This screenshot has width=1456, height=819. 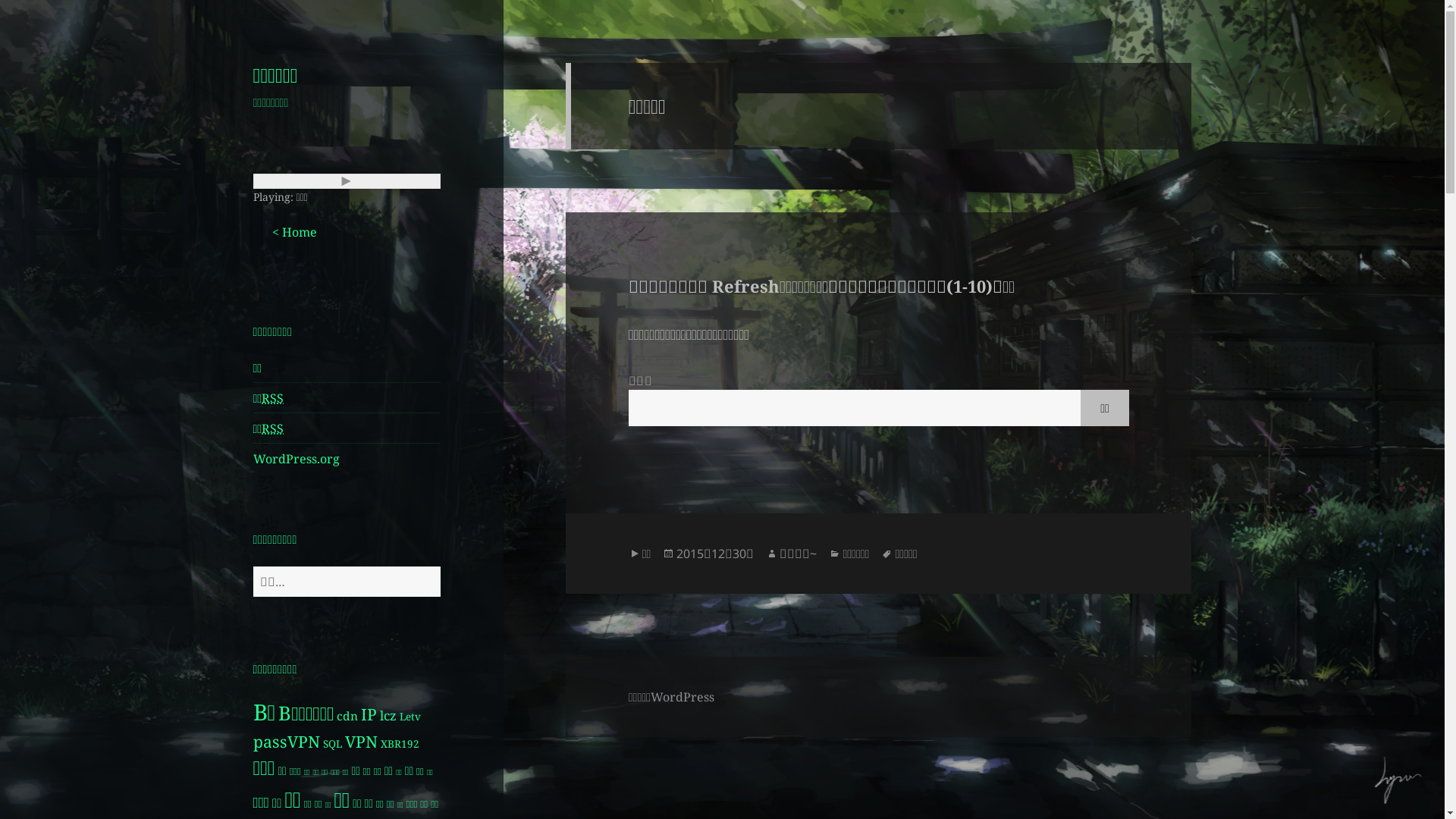 What do you see at coordinates (287, 740) in the screenshot?
I see `'passVPN'` at bounding box center [287, 740].